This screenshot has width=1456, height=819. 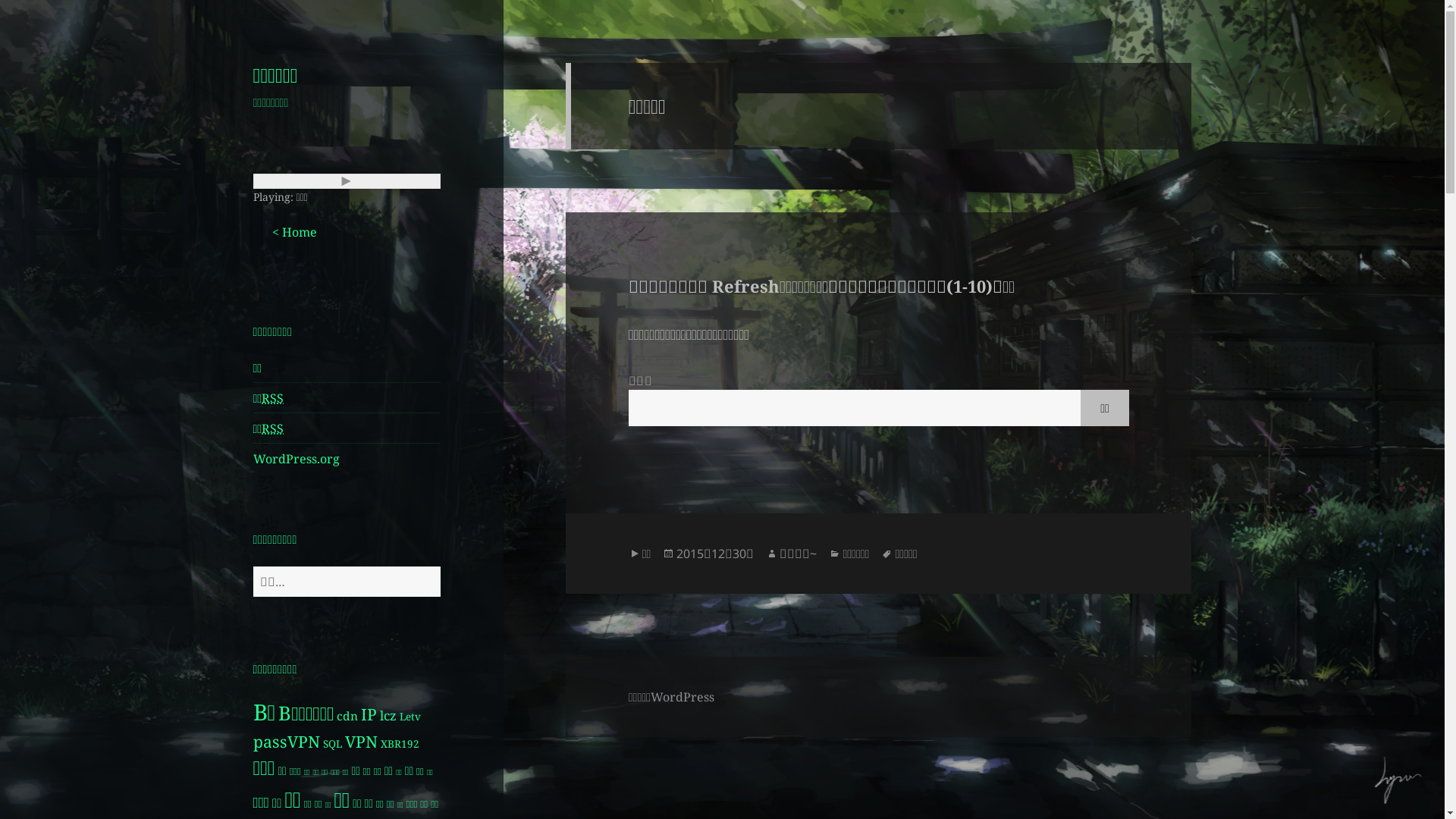 What do you see at coordinates (287, 740) in the screenshot?
I see `'passVPN'` at bounding box center [287, 740].